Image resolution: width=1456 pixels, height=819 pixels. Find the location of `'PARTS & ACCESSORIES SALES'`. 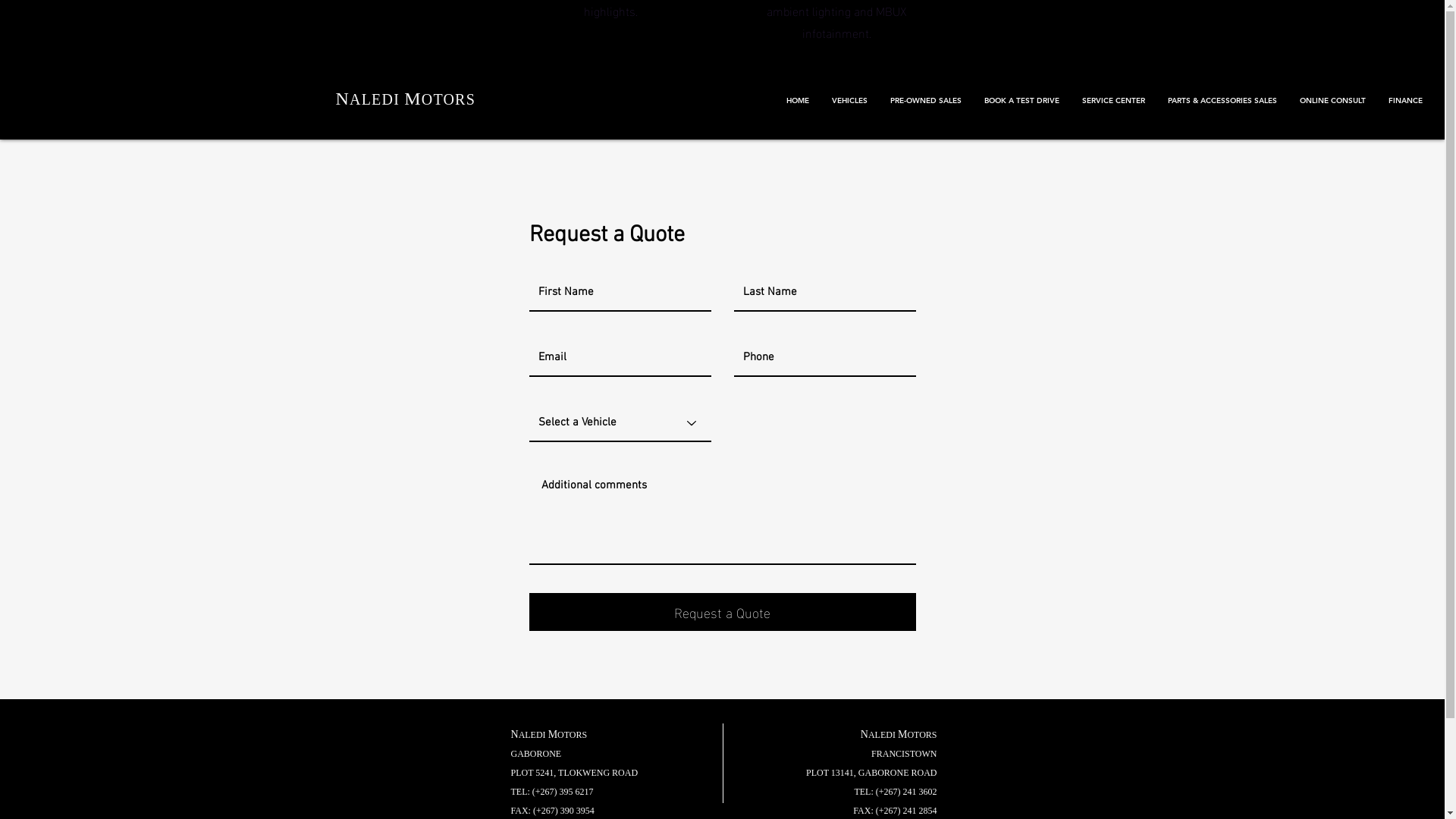

'PARTS & ACCESSORIES SALES' is located at coordinates (1222, 100).